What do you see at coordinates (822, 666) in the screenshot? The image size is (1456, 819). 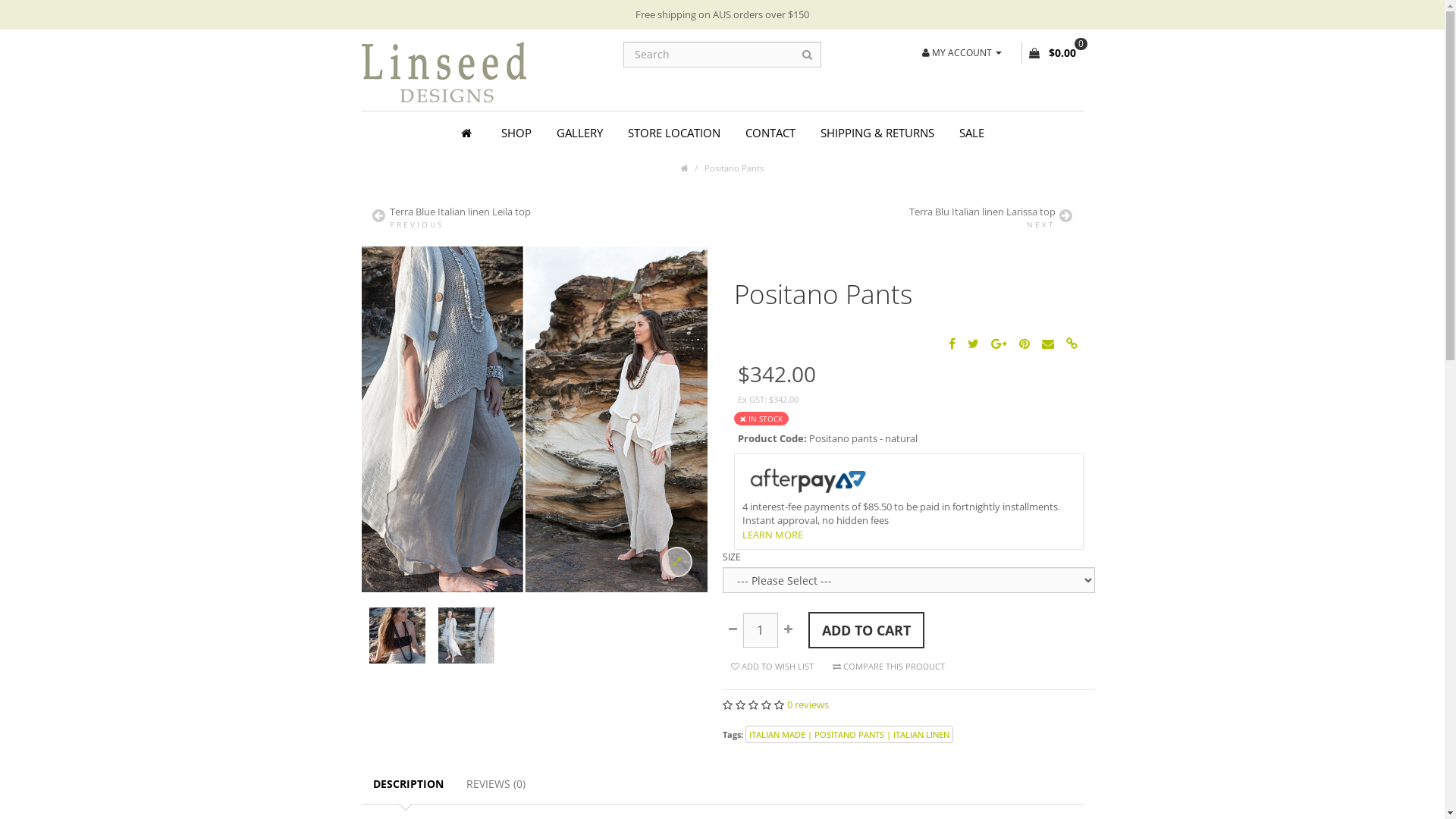 I see `'COMPARE THIS PRODUCT'` at bounding box center [822, 666].